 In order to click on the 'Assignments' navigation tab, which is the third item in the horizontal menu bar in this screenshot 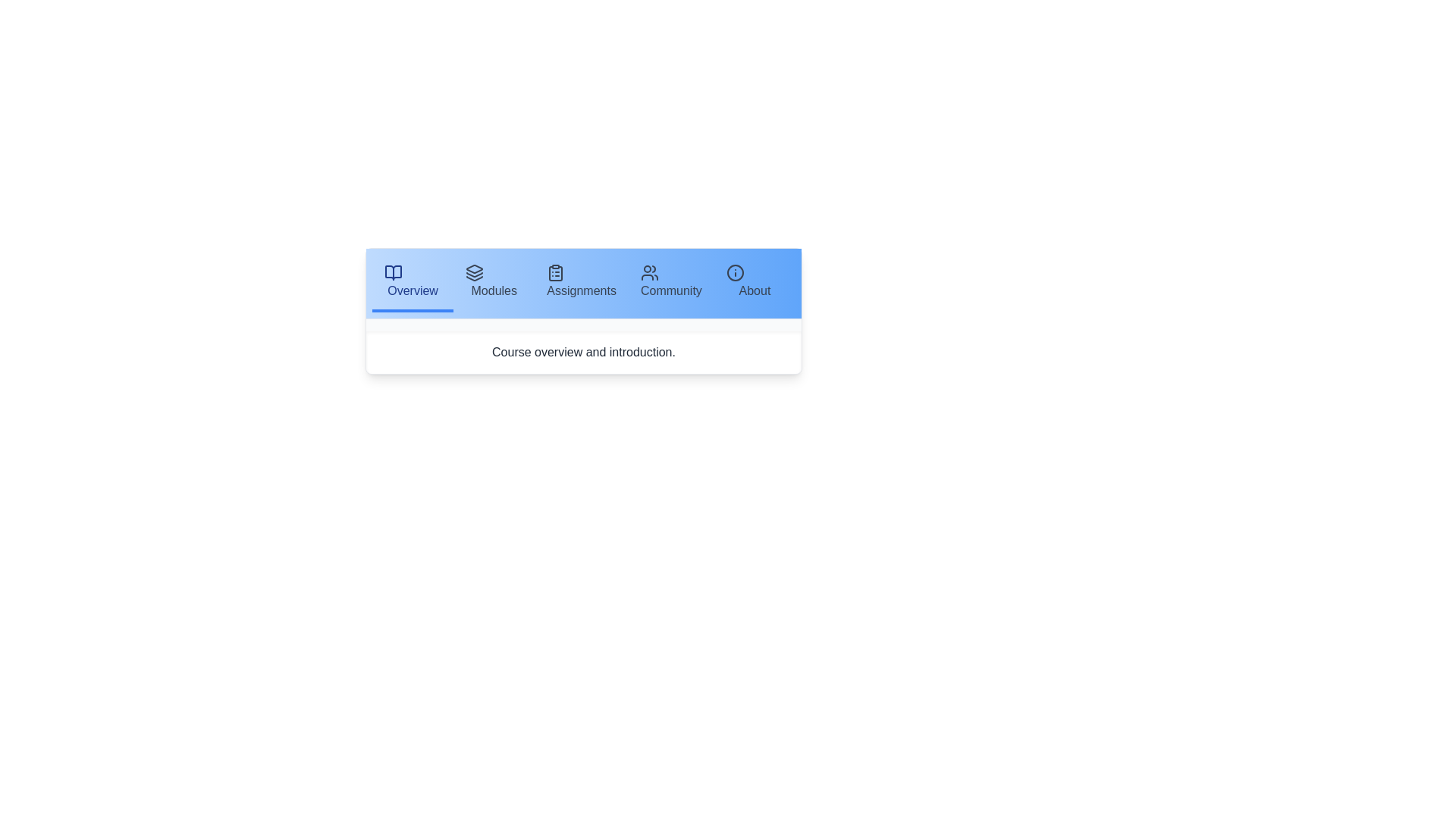, I will do `click(581, 284)`.